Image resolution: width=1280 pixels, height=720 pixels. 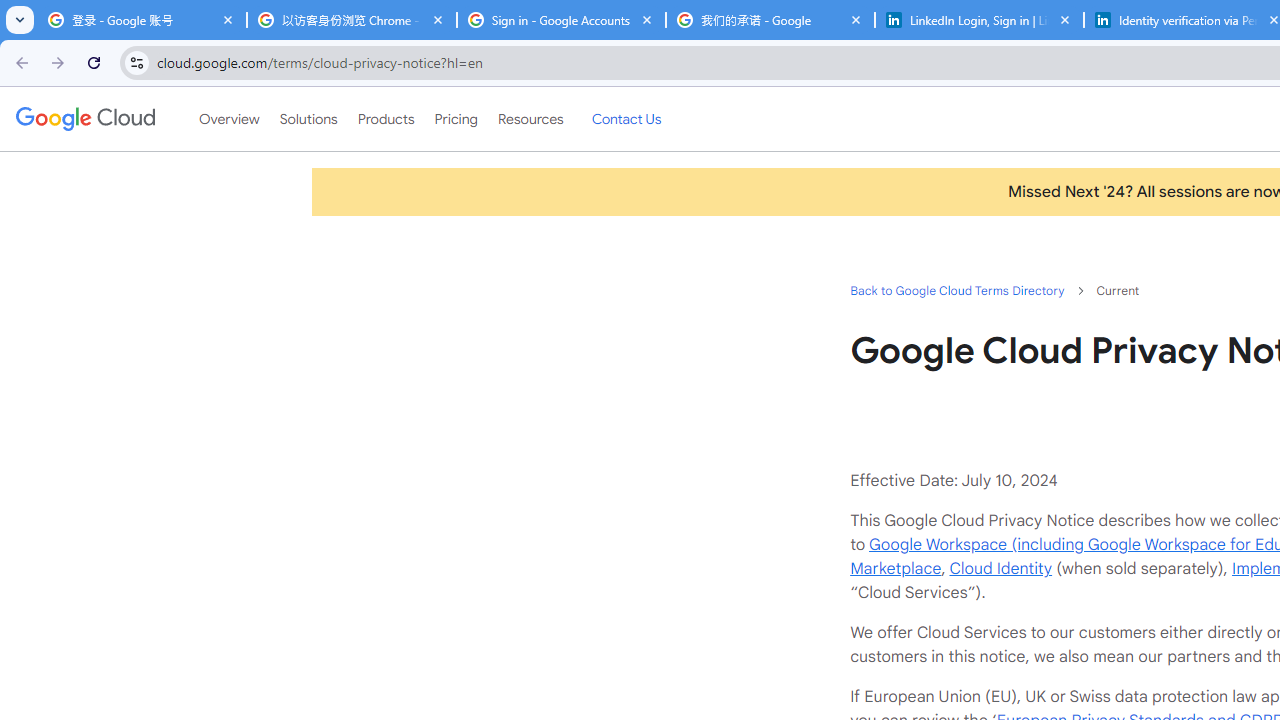 I want to click on 'Contact Us', so click(x=625, y=119).